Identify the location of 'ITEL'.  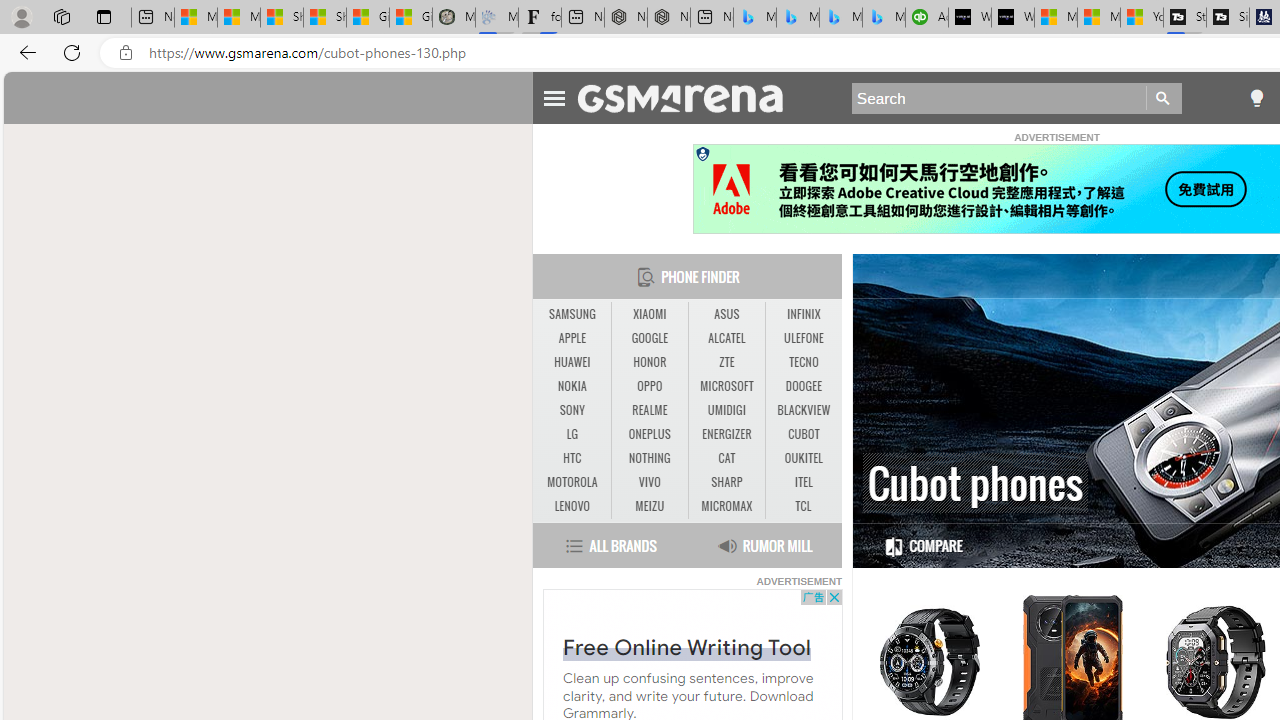
(803, 483).